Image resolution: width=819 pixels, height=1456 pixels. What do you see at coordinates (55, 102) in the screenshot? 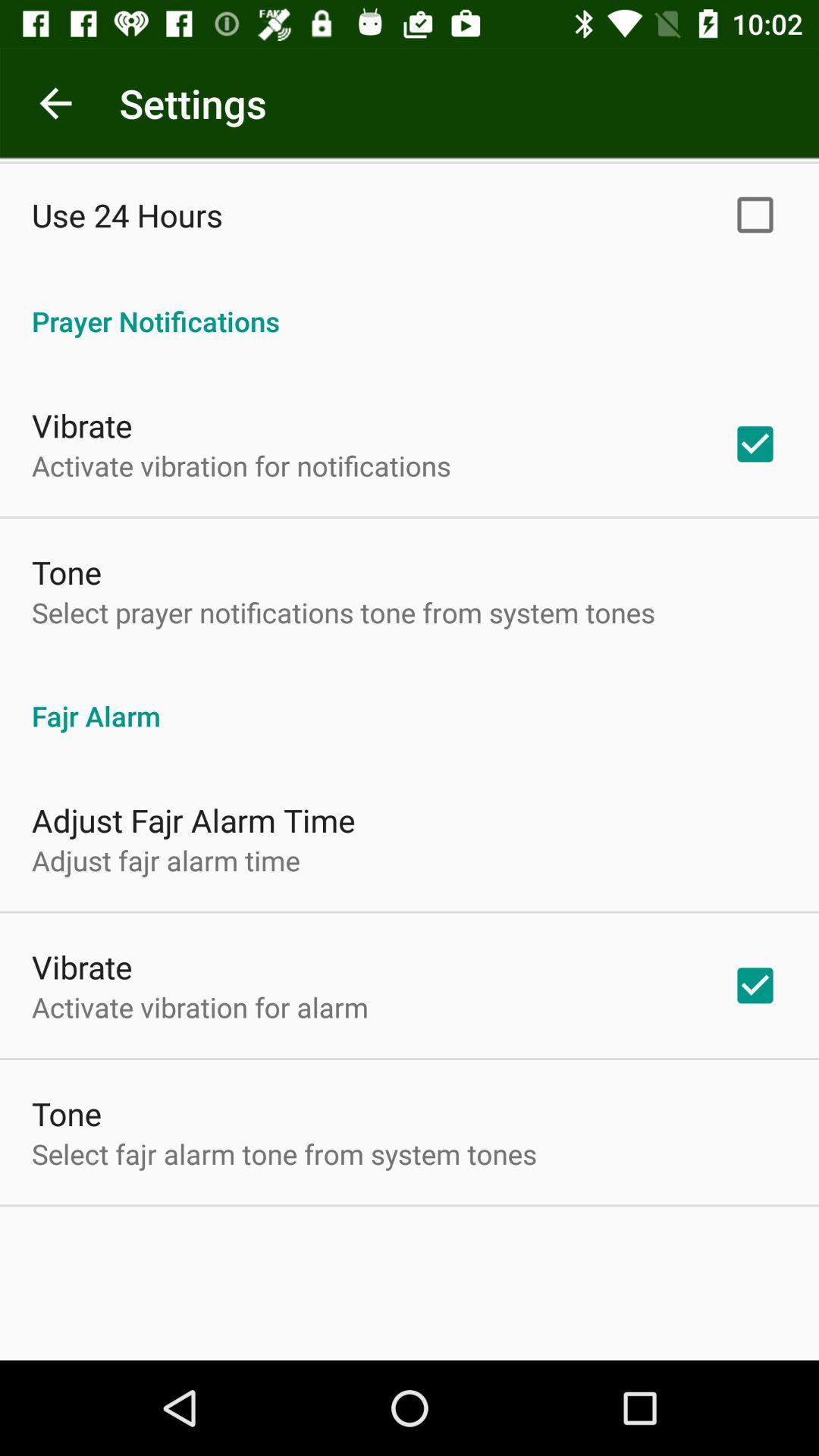
I see `the icon to the left of settings app` at bounding box center [55, 102].